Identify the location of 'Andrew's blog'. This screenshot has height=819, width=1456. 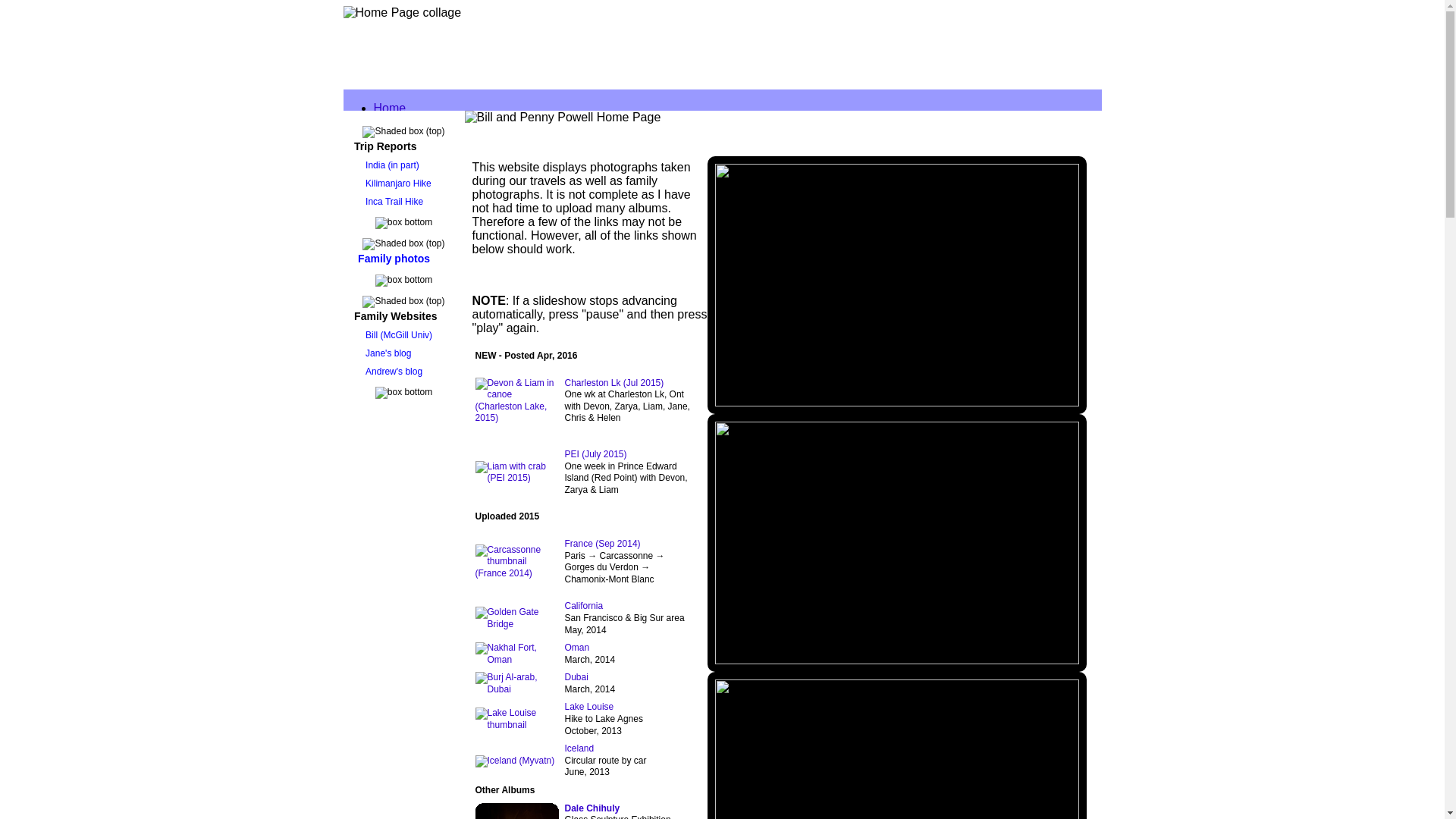
(392, 371).